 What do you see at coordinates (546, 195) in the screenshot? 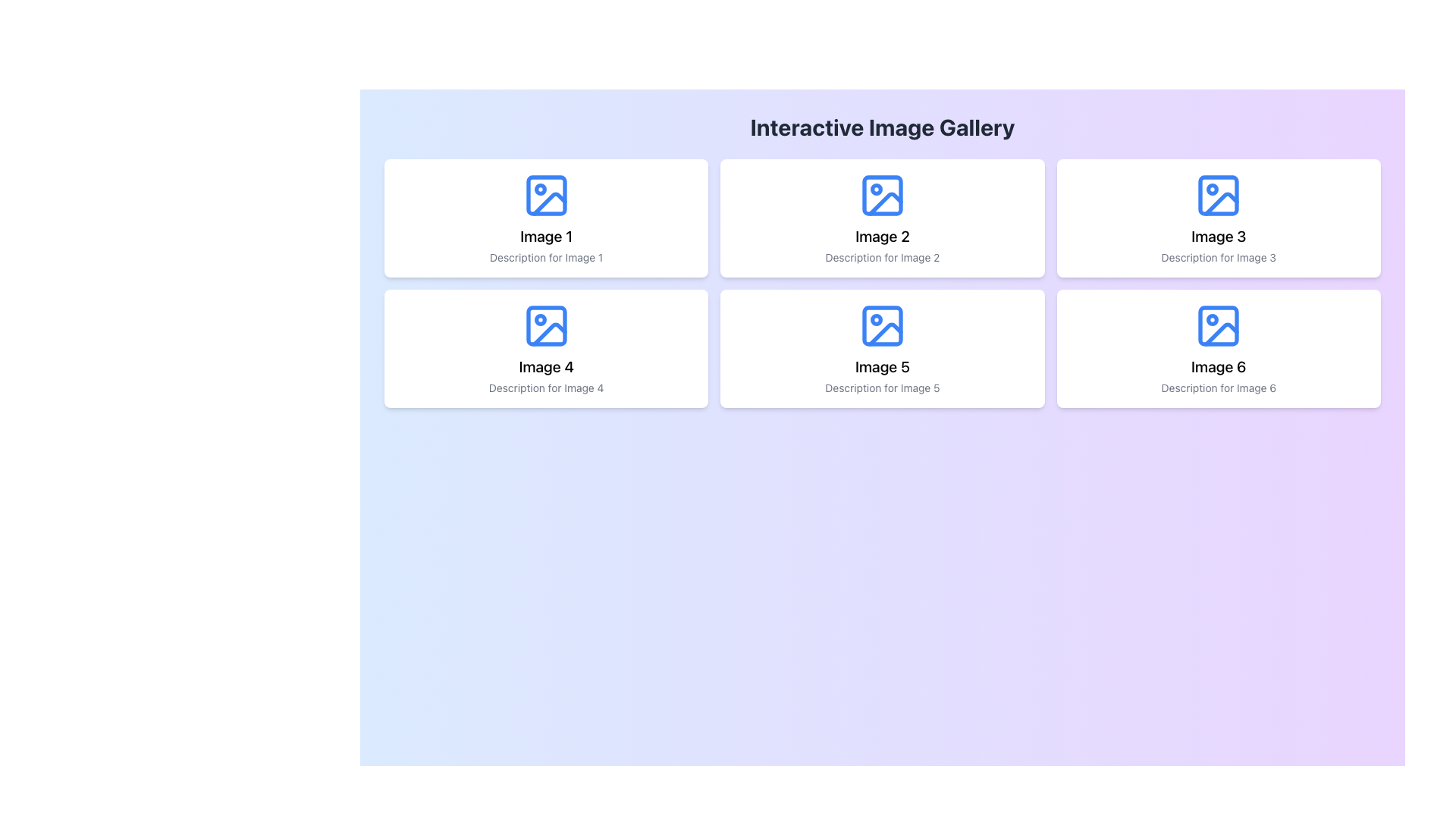
I see `the icon styled as an image placeholder, located at the top center of the card labeled 'Image 1', which features a white background and shadow effect` at bounding box center [546, 195].